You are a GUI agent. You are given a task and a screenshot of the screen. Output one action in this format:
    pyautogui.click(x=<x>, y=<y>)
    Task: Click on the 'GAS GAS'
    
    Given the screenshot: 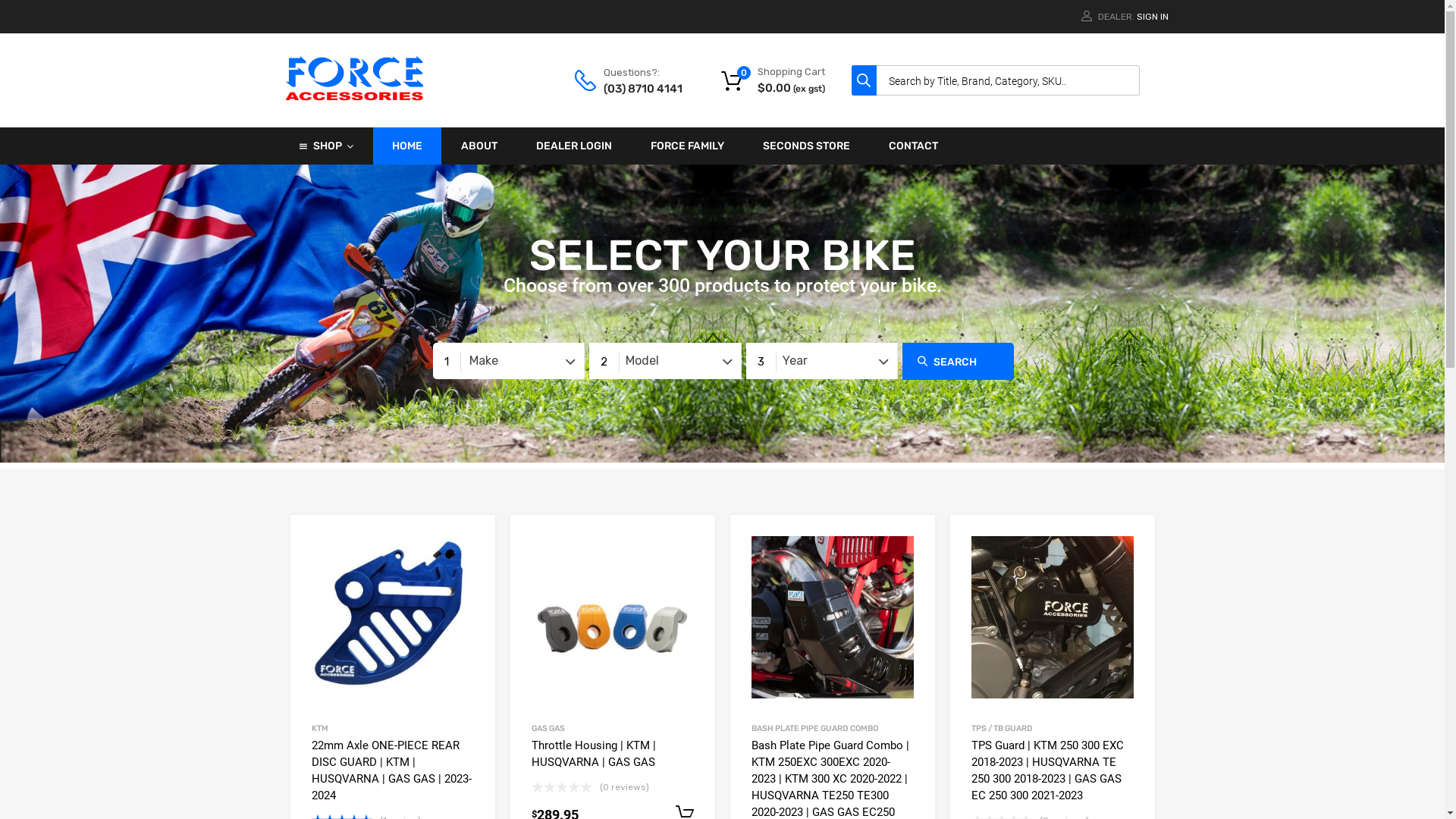 What is the action you would take?
    pyautogui.click(x=546, y=727)
    